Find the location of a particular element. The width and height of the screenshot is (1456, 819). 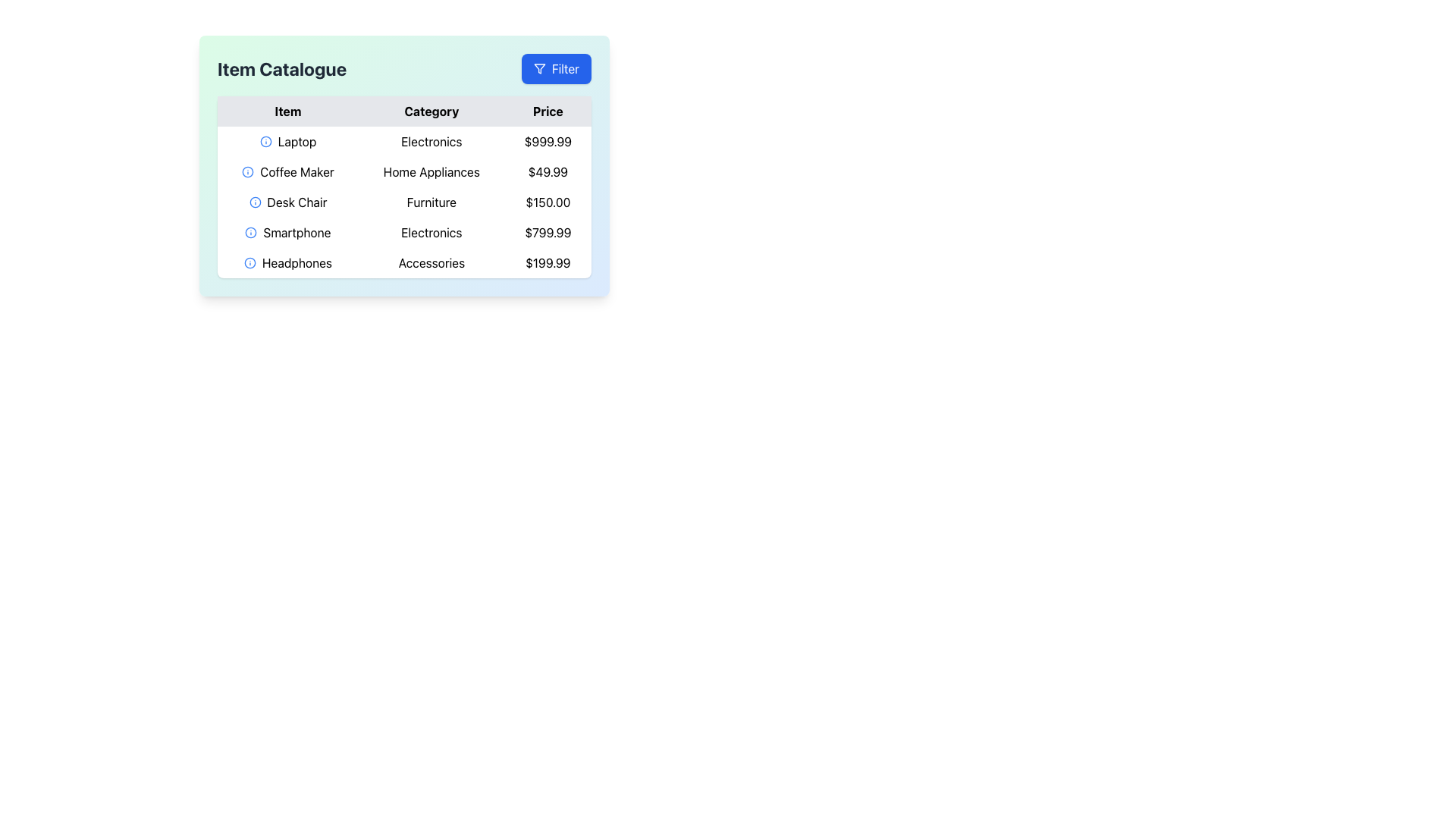

text from the 'Electronics' label located in the second column of the fourth row of the table, aligned with 'Smartphone' and '$799.99' is located at coordinates (431, 233).